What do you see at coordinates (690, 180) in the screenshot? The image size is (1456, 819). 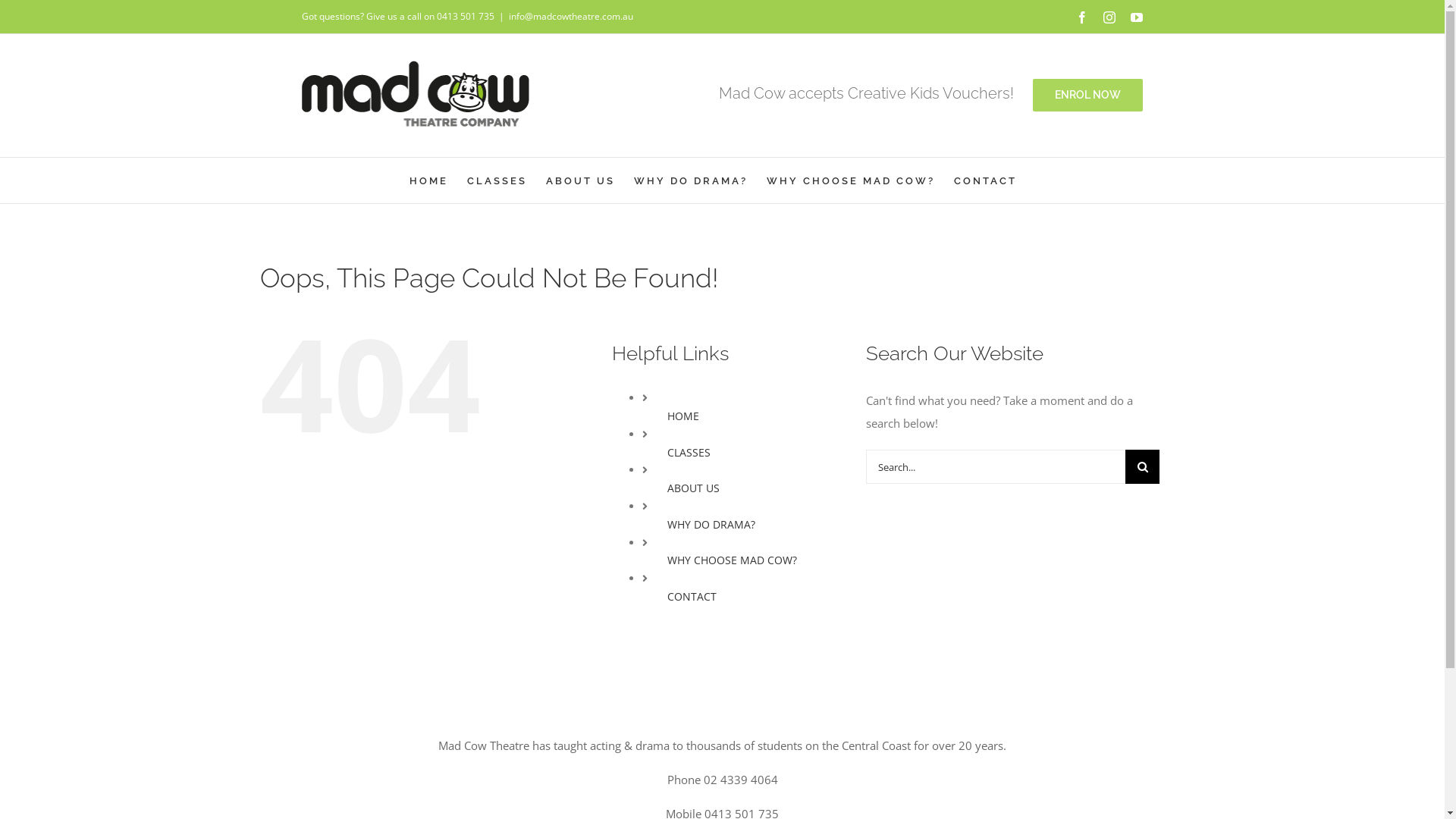 I see `'WHY DO DRAMA?'` at bounding box center [690, 180].